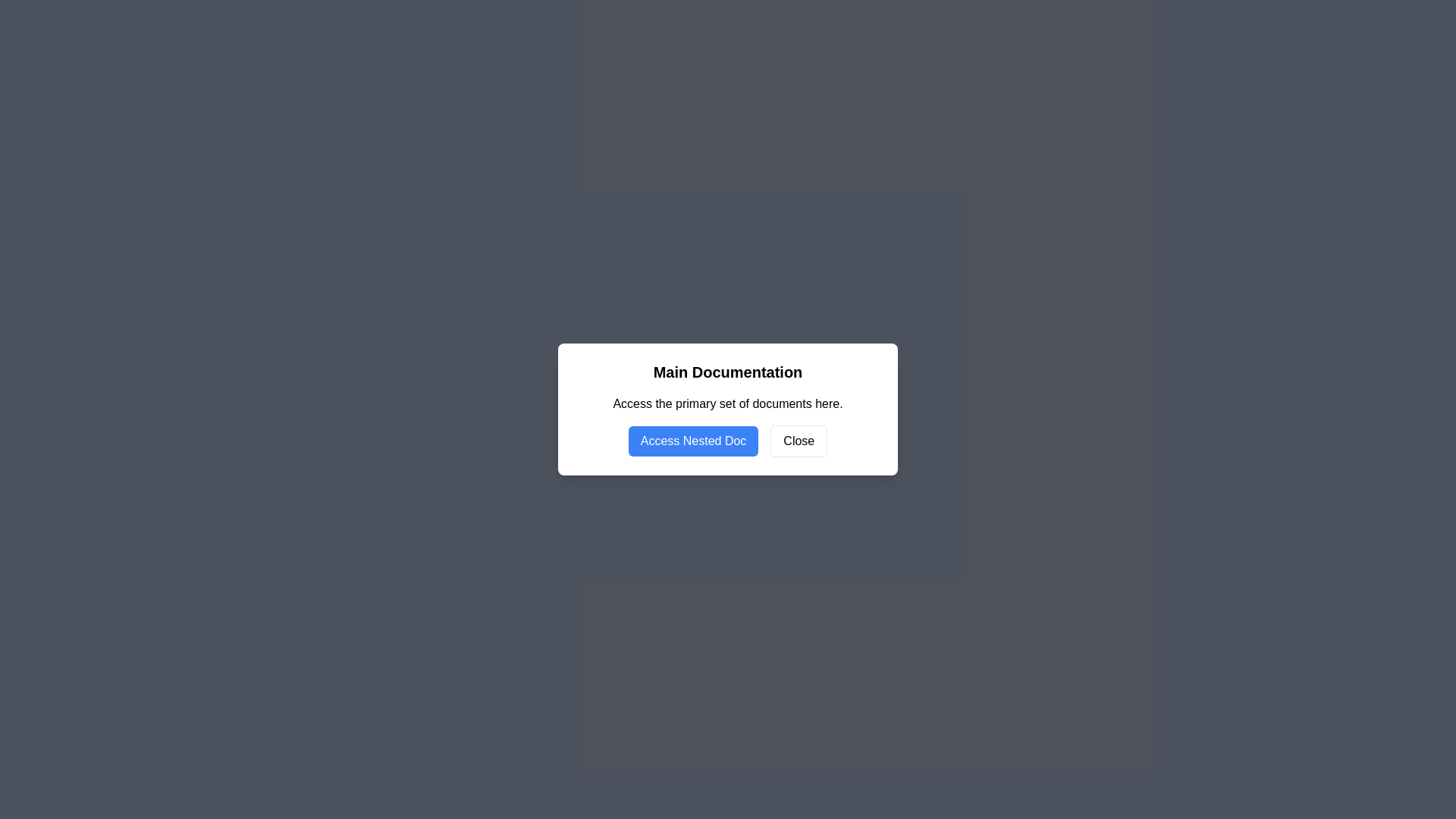  What do you see at coordinates (728, 409) in the screenshot?
I see `the descriptive text 'Access the primary set of documents here.' within the Modal box titled 'Main Documentation' to read it` at bounding box center [728, 409].